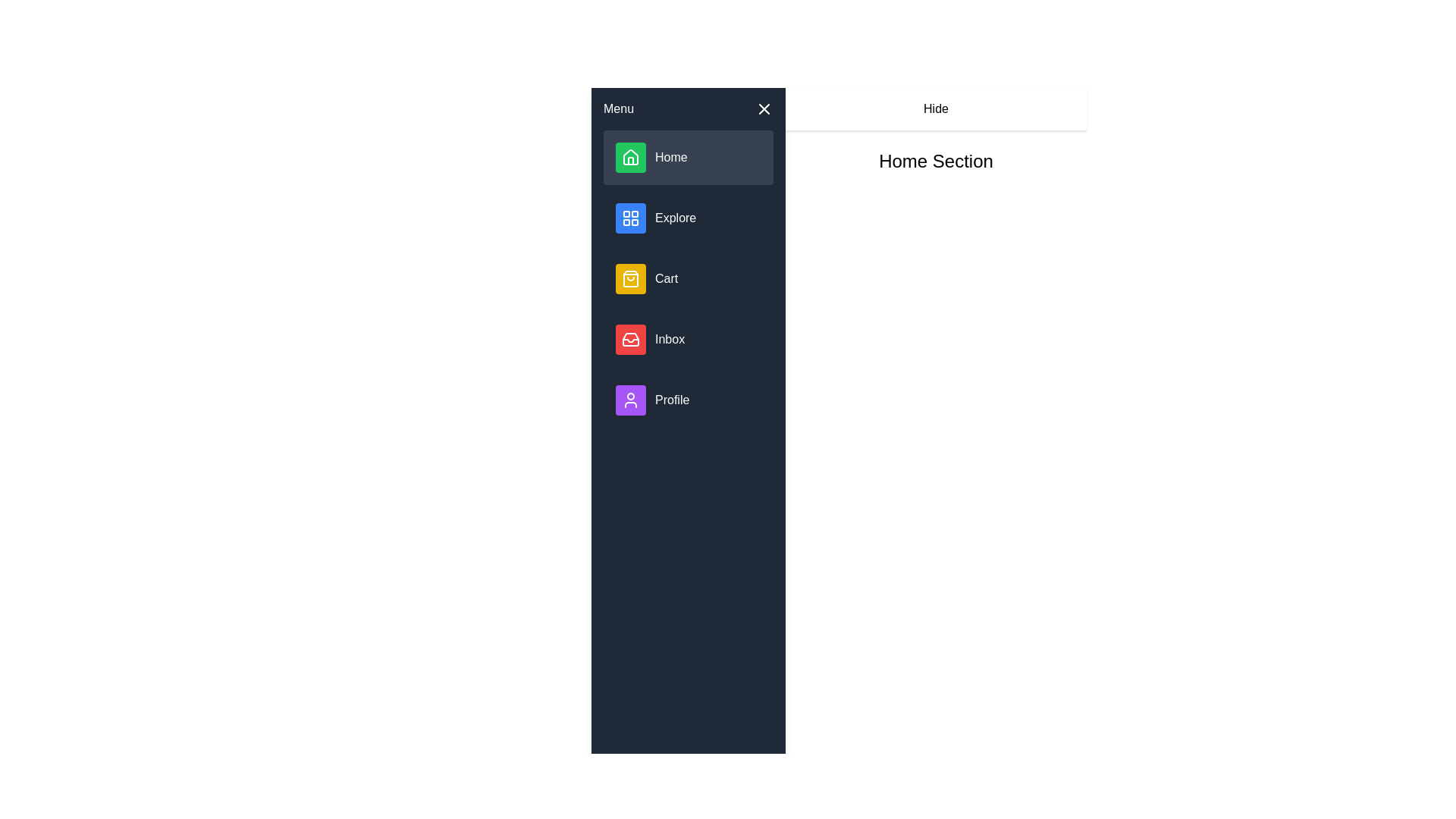  Describe the element at coordinates (630, 338) in the screenshot. I see `the 'Inbox' icon located in the sidebar menu, which is the fourth item in the navigation list` at that location.